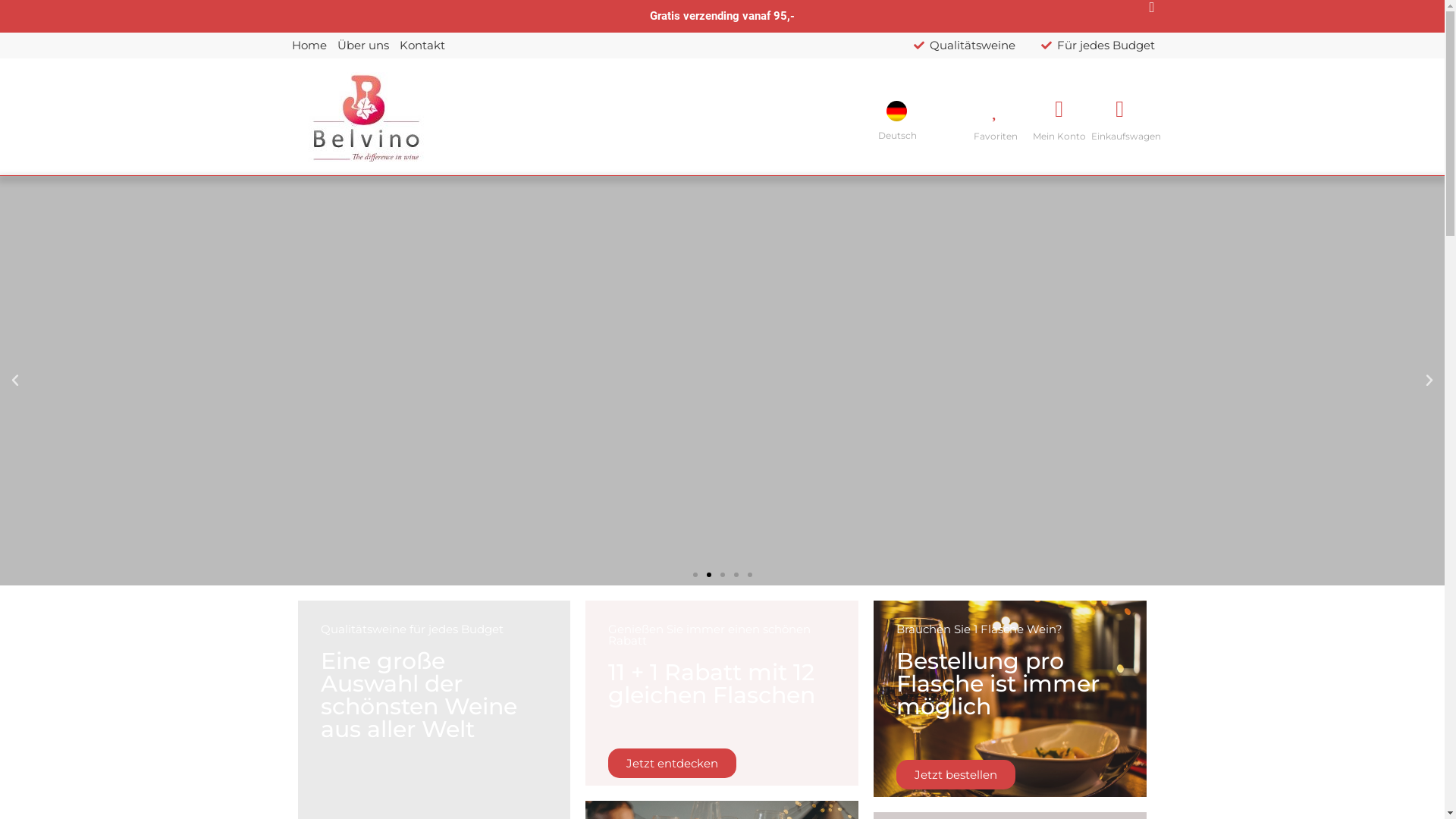  Describe the element at coordinates (308, 45) in the screenshot. I see `'Home'` at that location.